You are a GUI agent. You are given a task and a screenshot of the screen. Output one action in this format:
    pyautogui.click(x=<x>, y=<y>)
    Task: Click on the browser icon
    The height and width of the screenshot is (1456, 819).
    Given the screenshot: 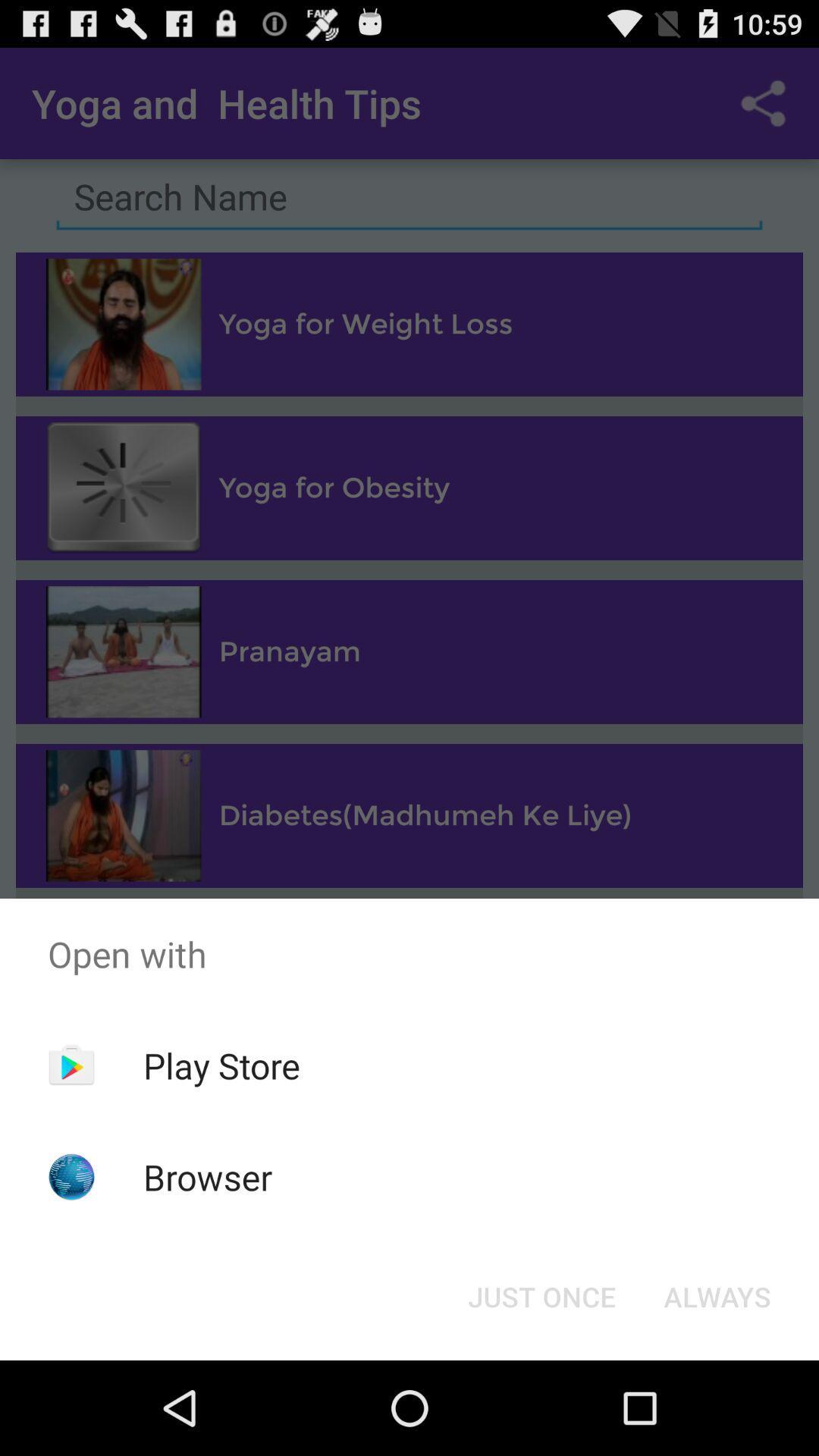 What is the action you would take?
    pyautogui.click(x=208, y=1176)
    